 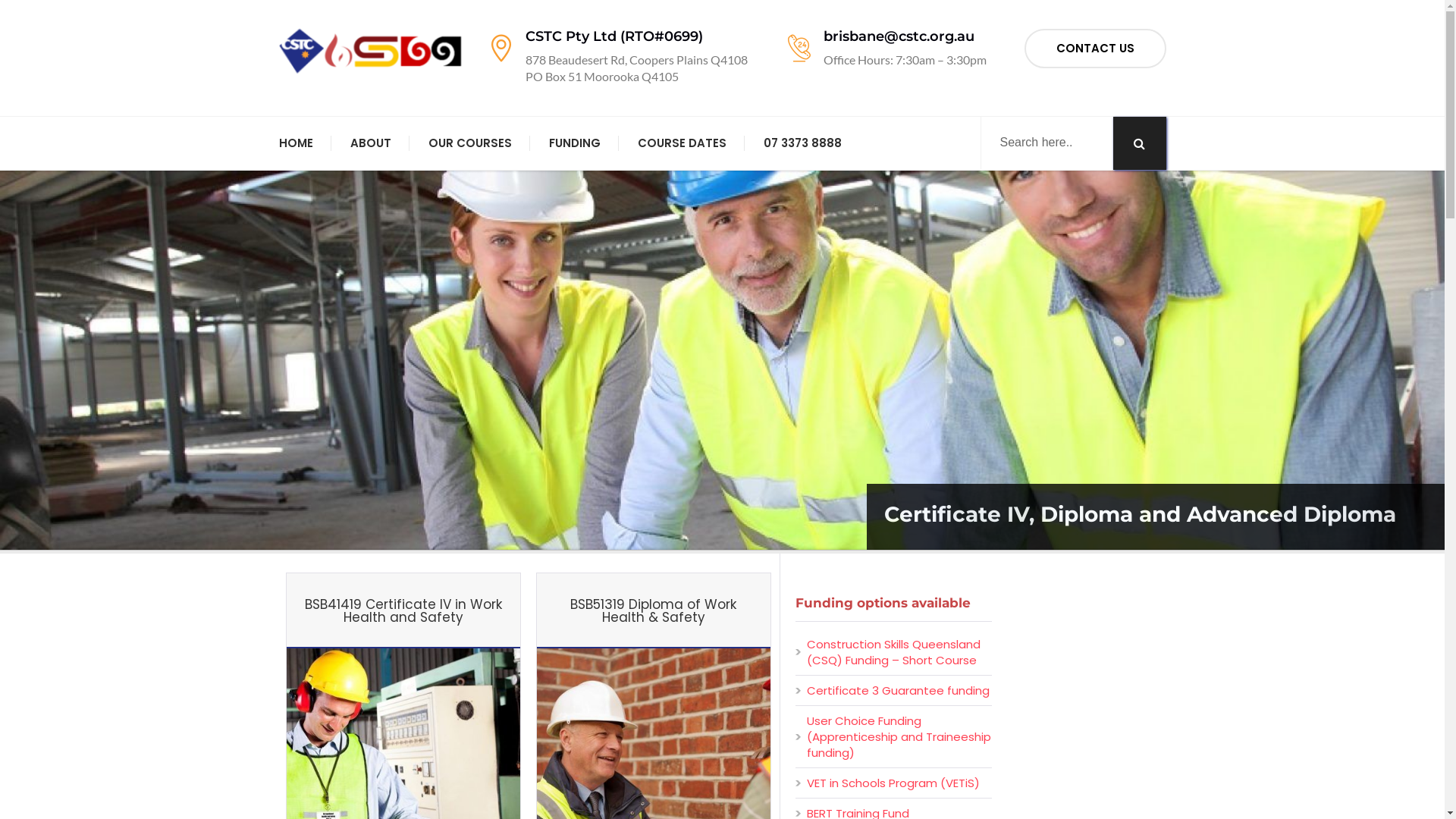 What do you see at coordinates (893, 783) in the screenshot?
I see `'VET in Schools Program (VETiS)'` at bounding box center [893, 783].